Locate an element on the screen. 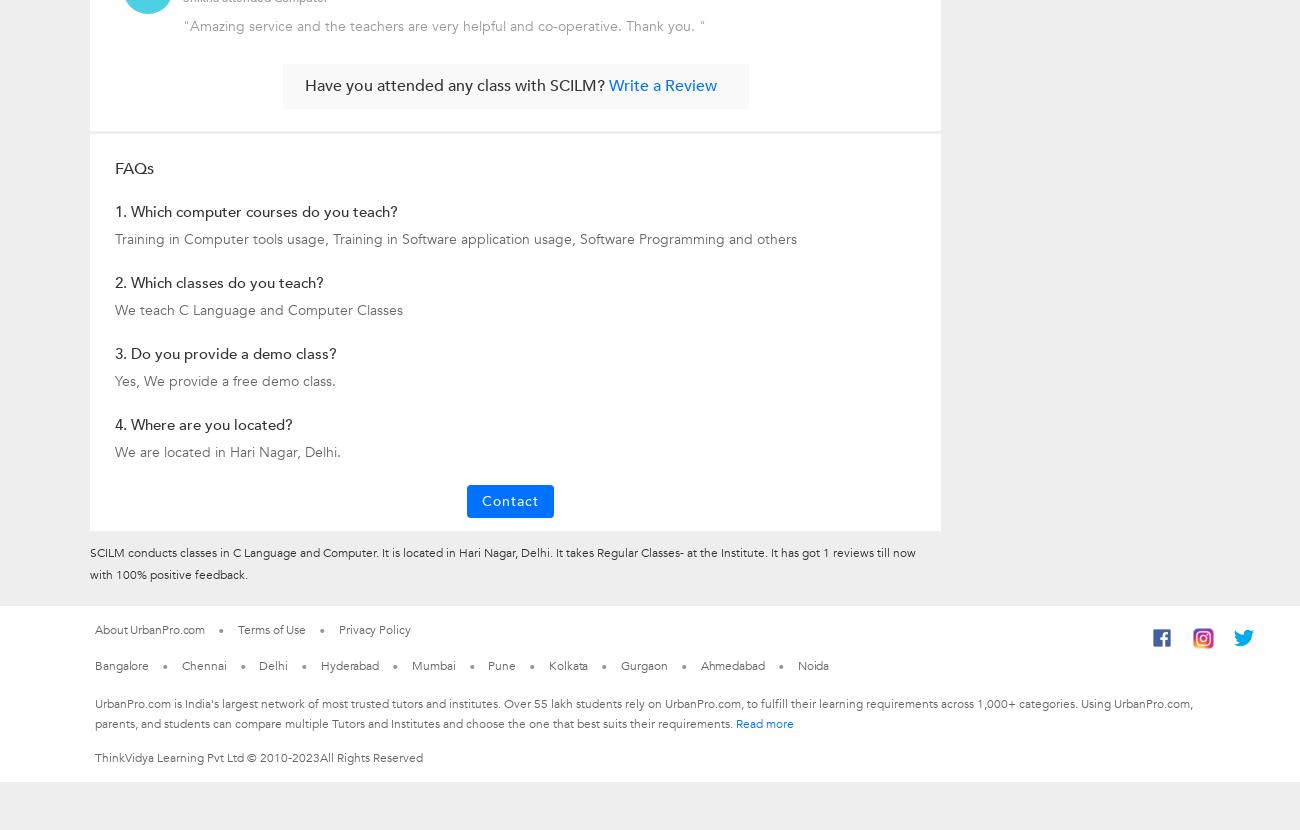 This screenshot has width=1300, height=830. 'Bangalore' is located at coordinates (120, 665).